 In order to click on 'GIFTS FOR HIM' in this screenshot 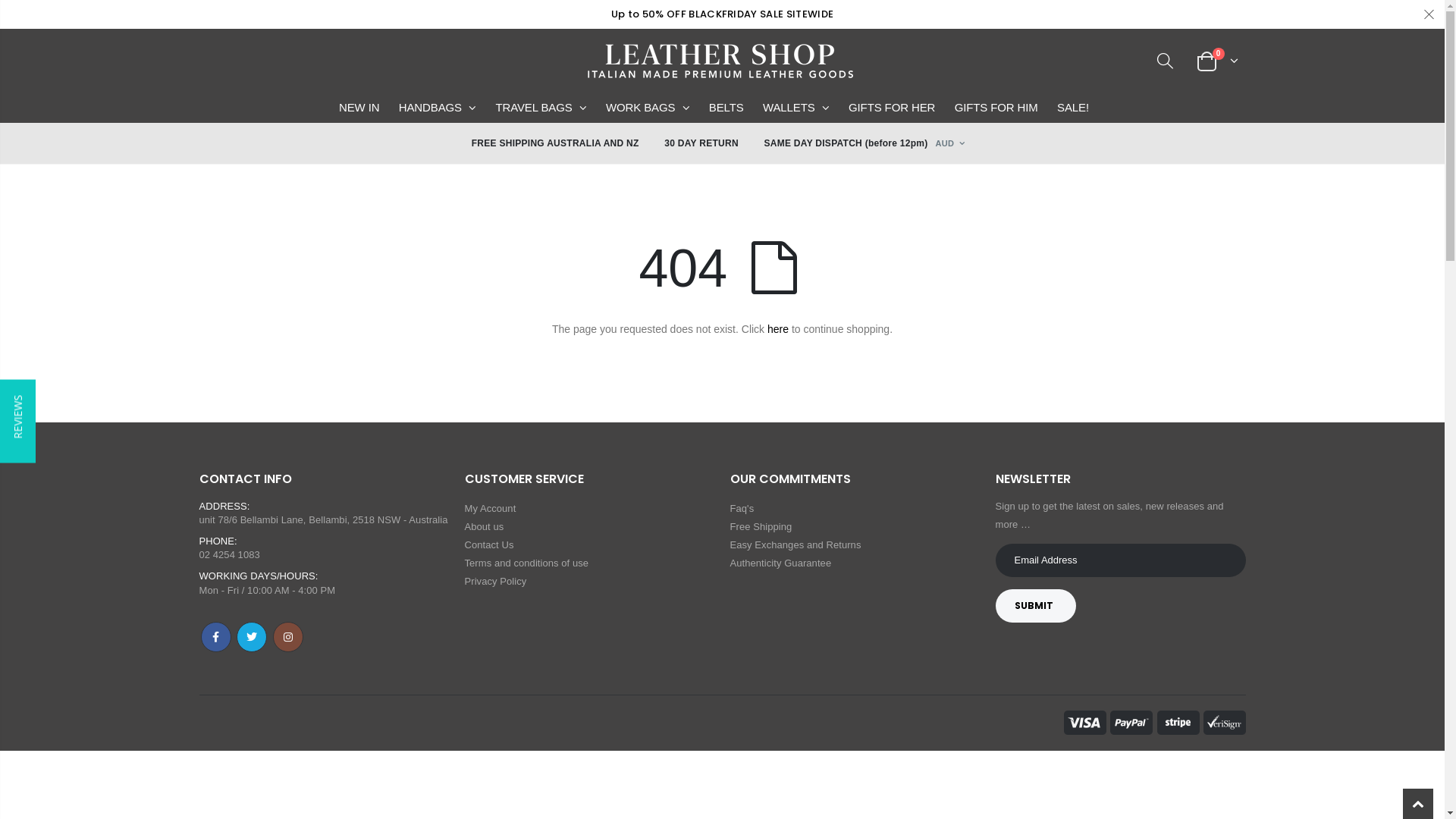, I will do `click(1004, 102)`.